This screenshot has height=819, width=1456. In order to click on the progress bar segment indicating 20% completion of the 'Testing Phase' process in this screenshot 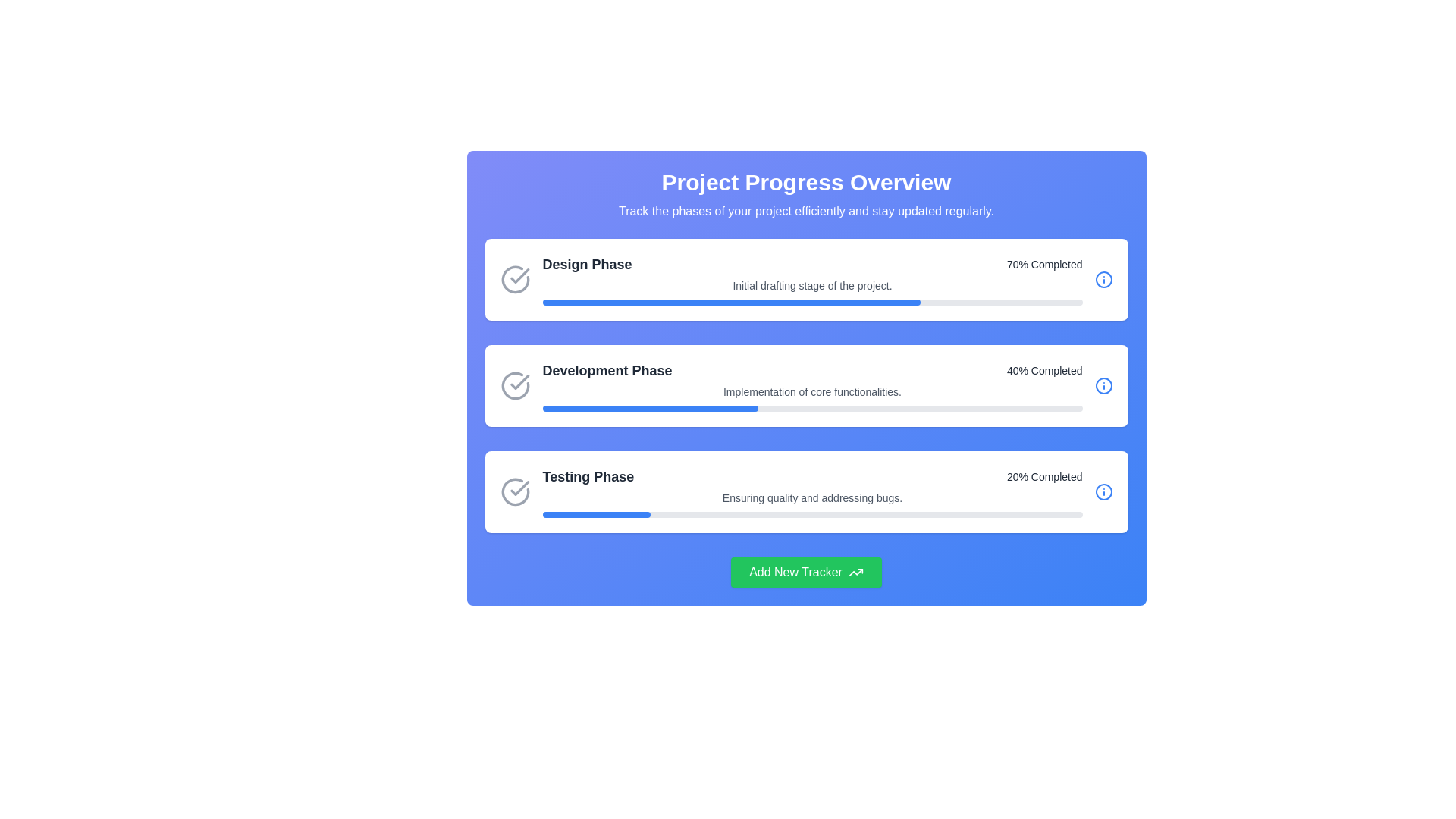, I will do `click(595, 513)`.